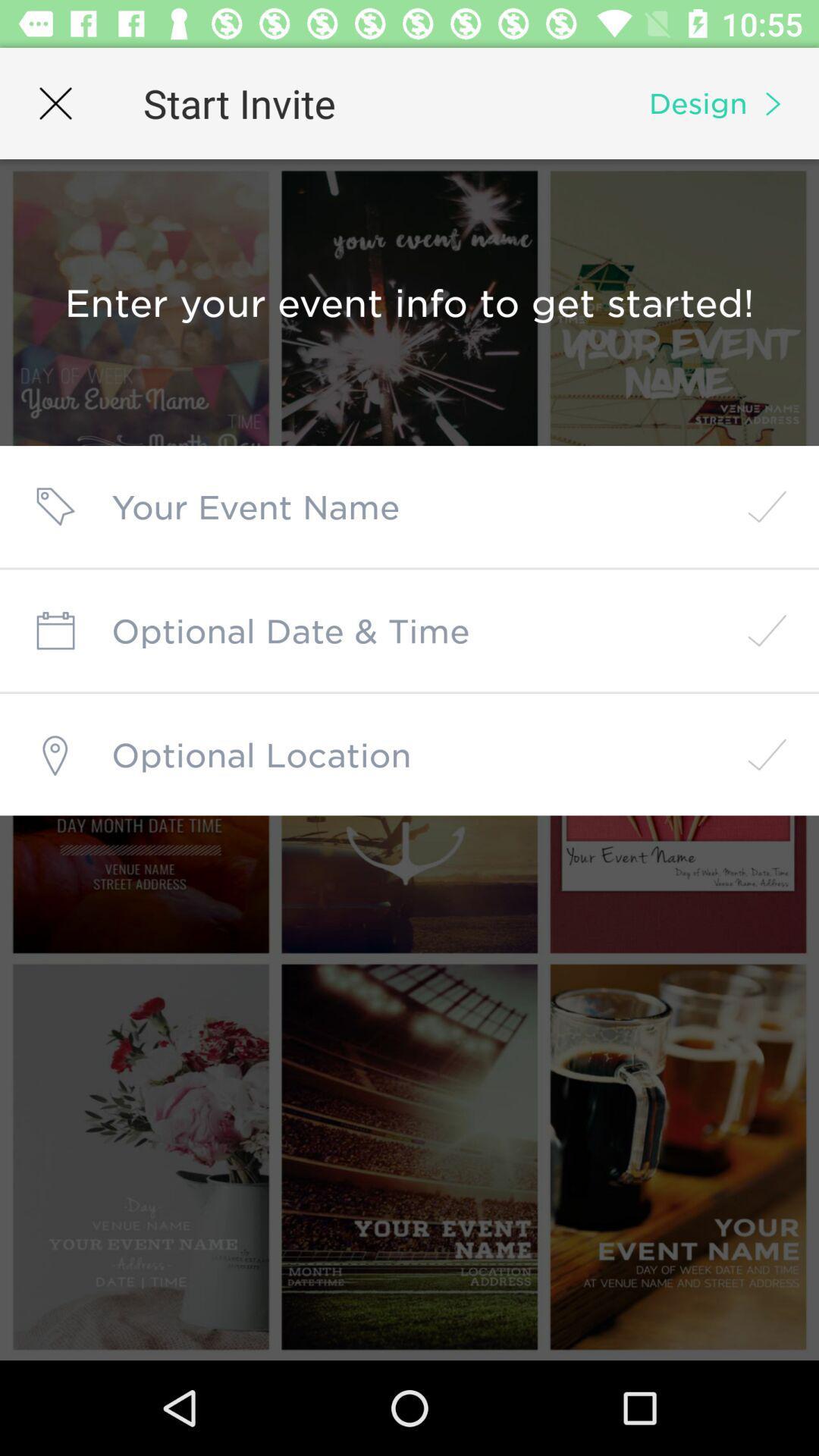  Describe the element at coordinates (409, 755) in the screenshot. I see `share location` at that location.